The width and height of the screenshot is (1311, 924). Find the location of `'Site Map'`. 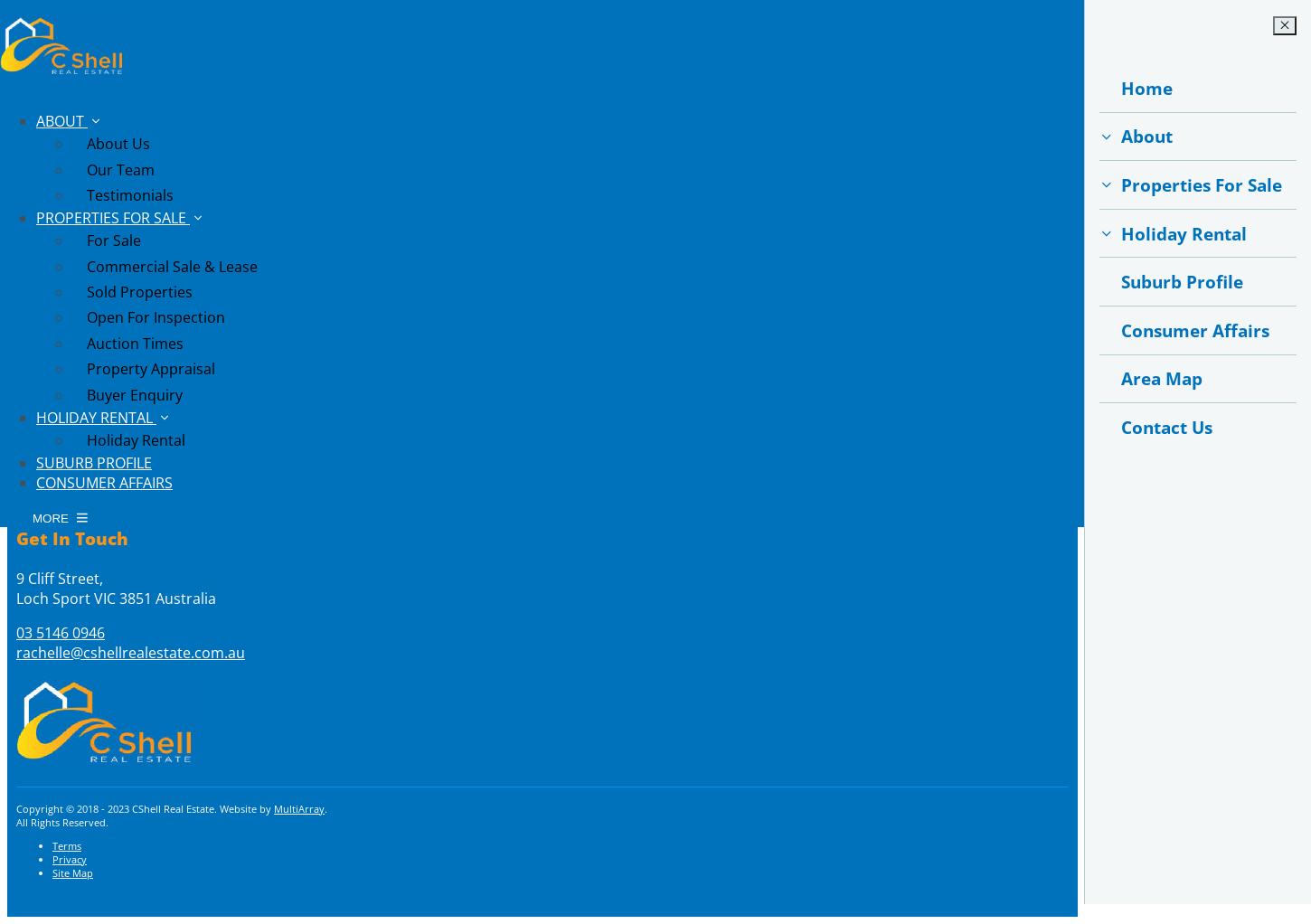

'Site Map' is located at coordinates (72, 871).